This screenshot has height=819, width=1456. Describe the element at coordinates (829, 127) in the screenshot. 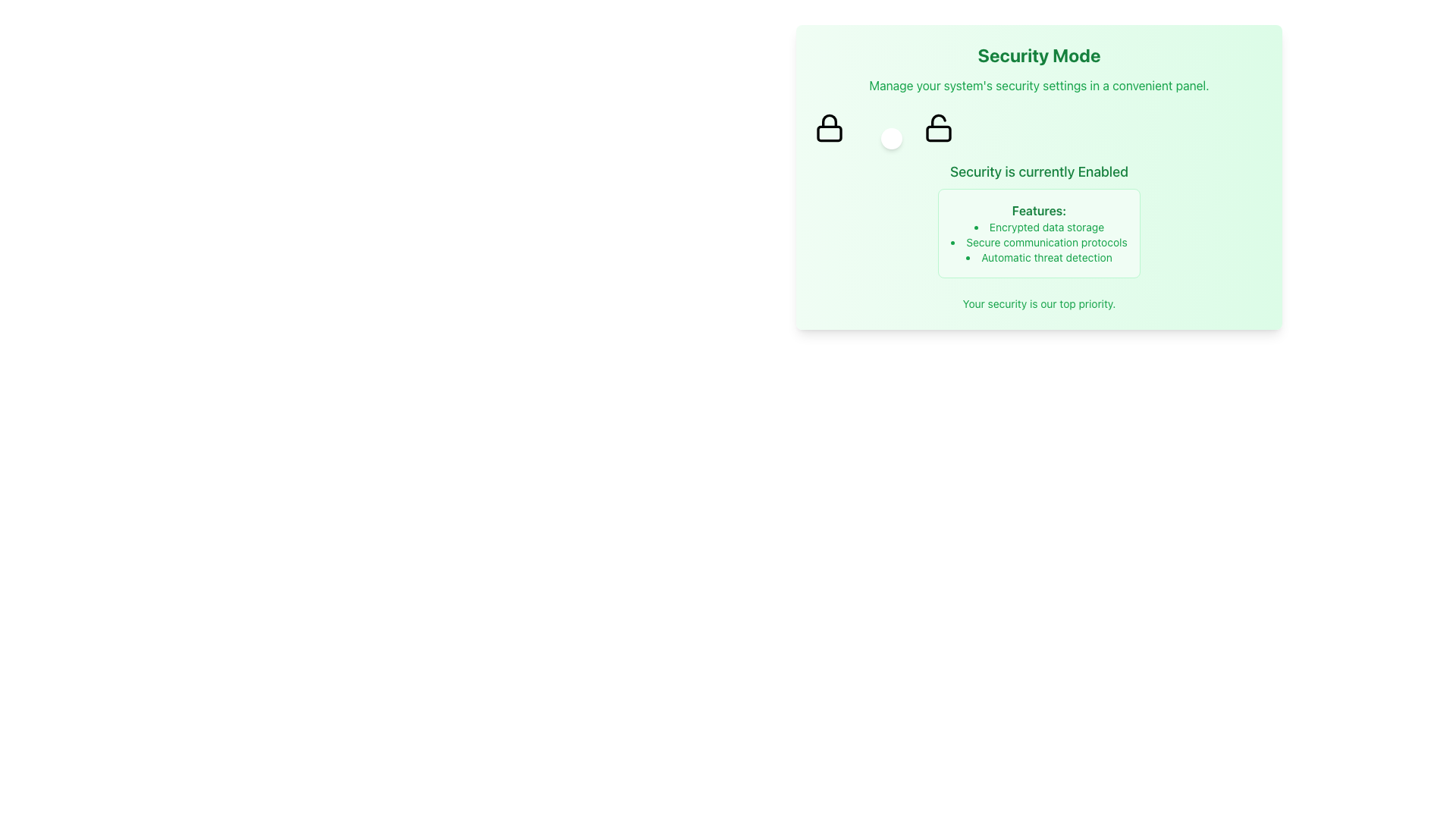

I see `the lock icon in the security settings panel, which is the first element in a sequence of icons and has a distinctive green hue with modern styling` at that location.